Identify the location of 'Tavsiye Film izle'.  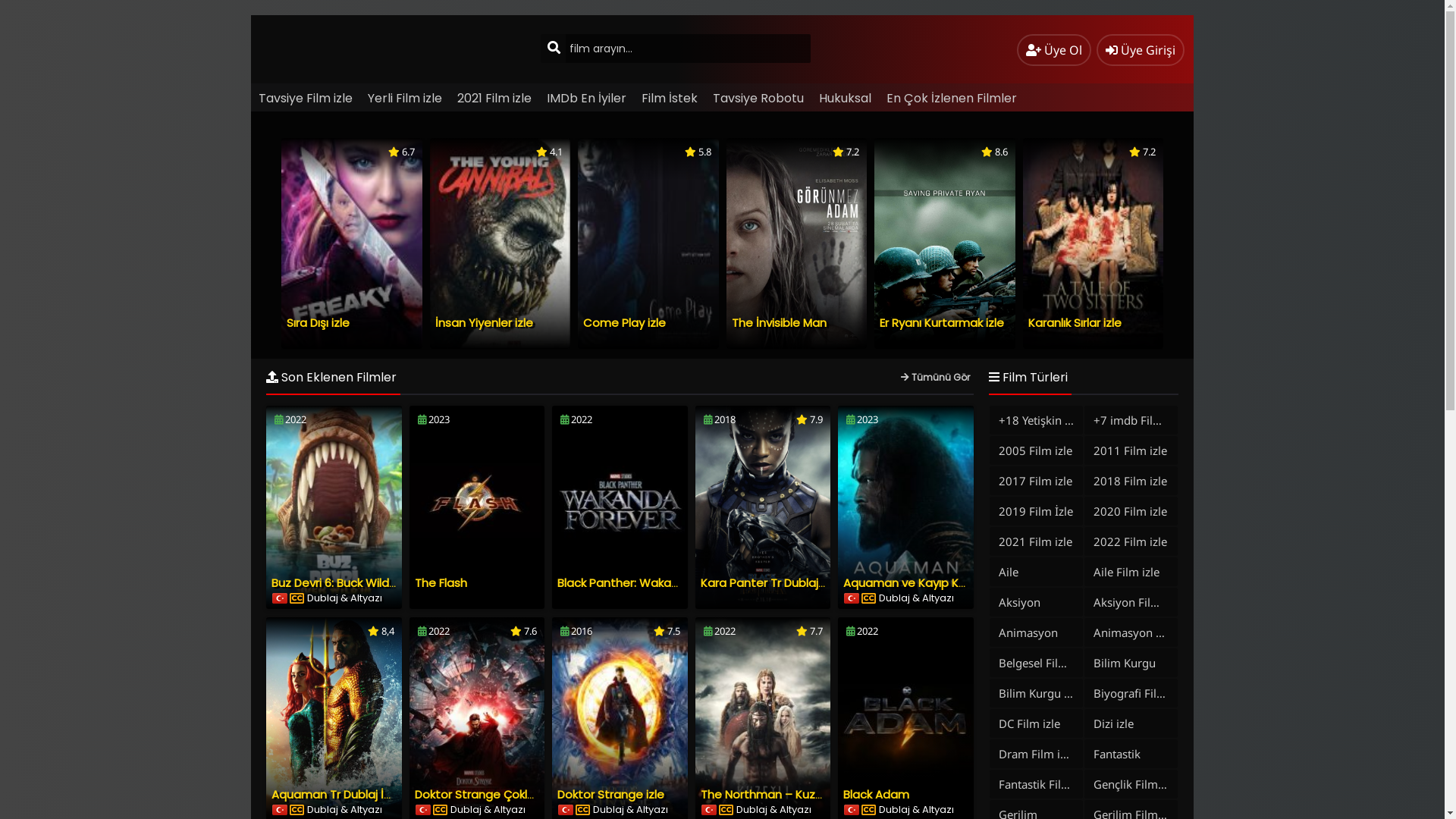
(305, 98).